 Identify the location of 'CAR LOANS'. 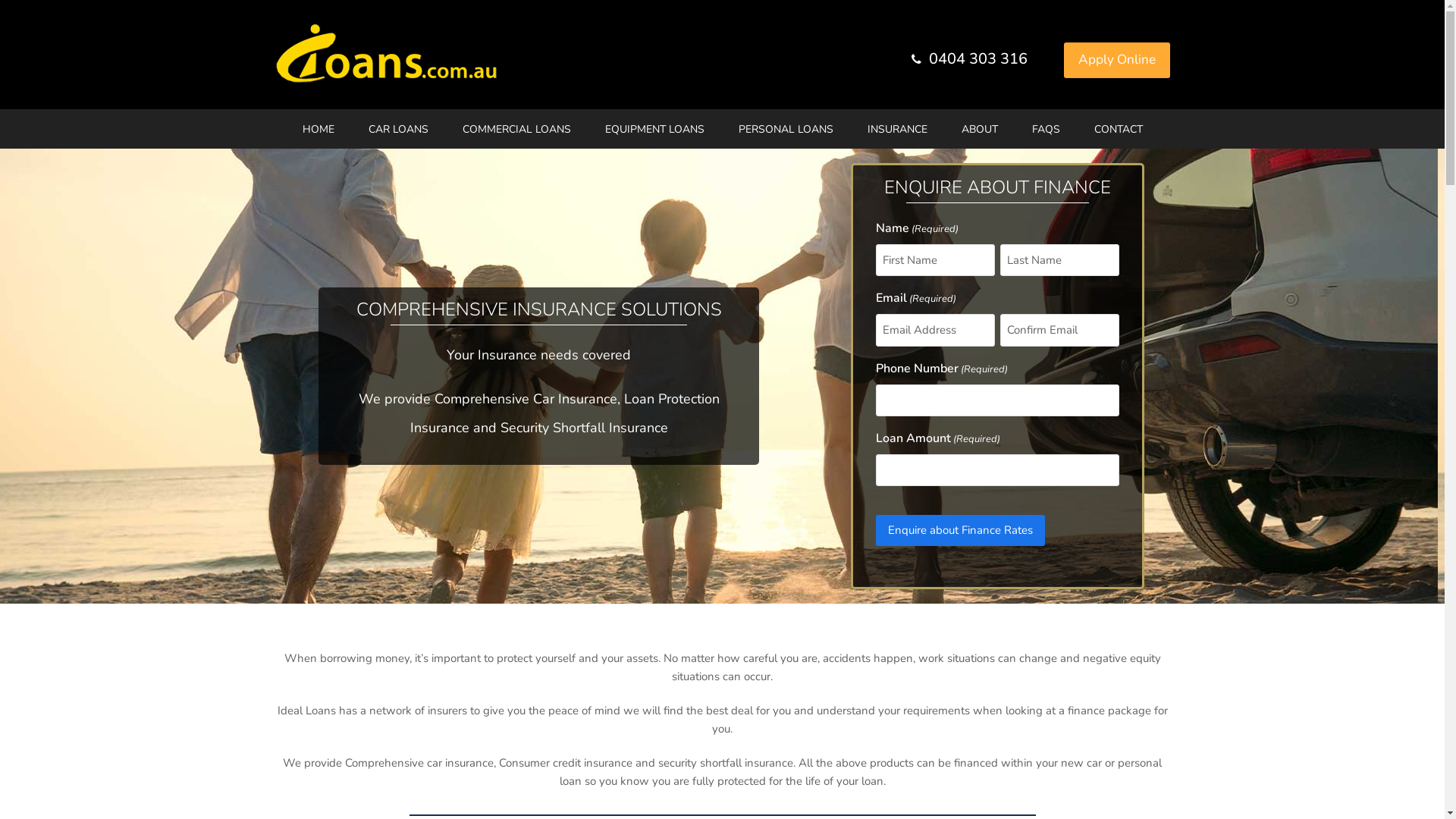
(398, 127).